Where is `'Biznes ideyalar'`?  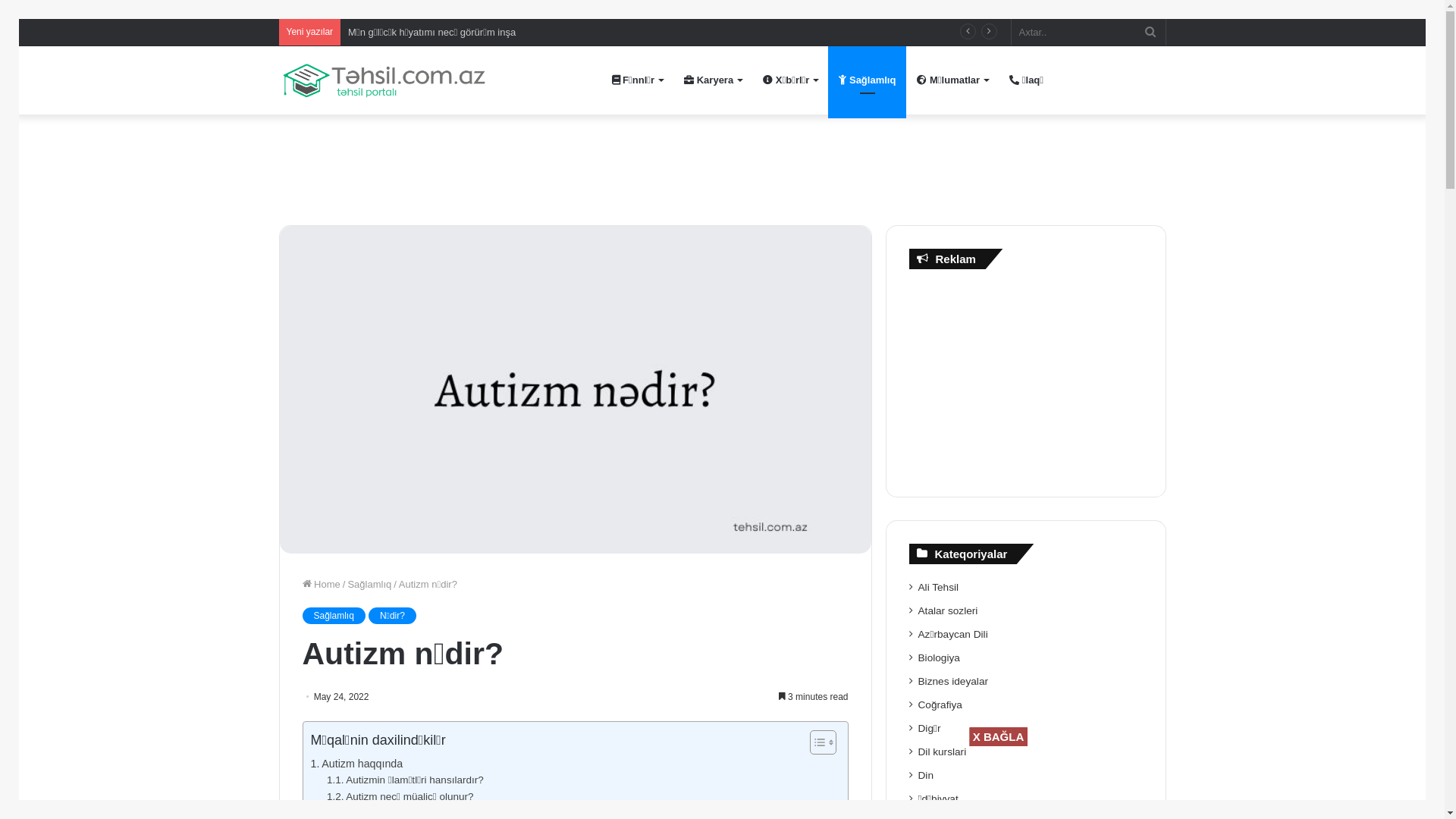 'Biznes ideyalar' is located at coordinates (952, 680).